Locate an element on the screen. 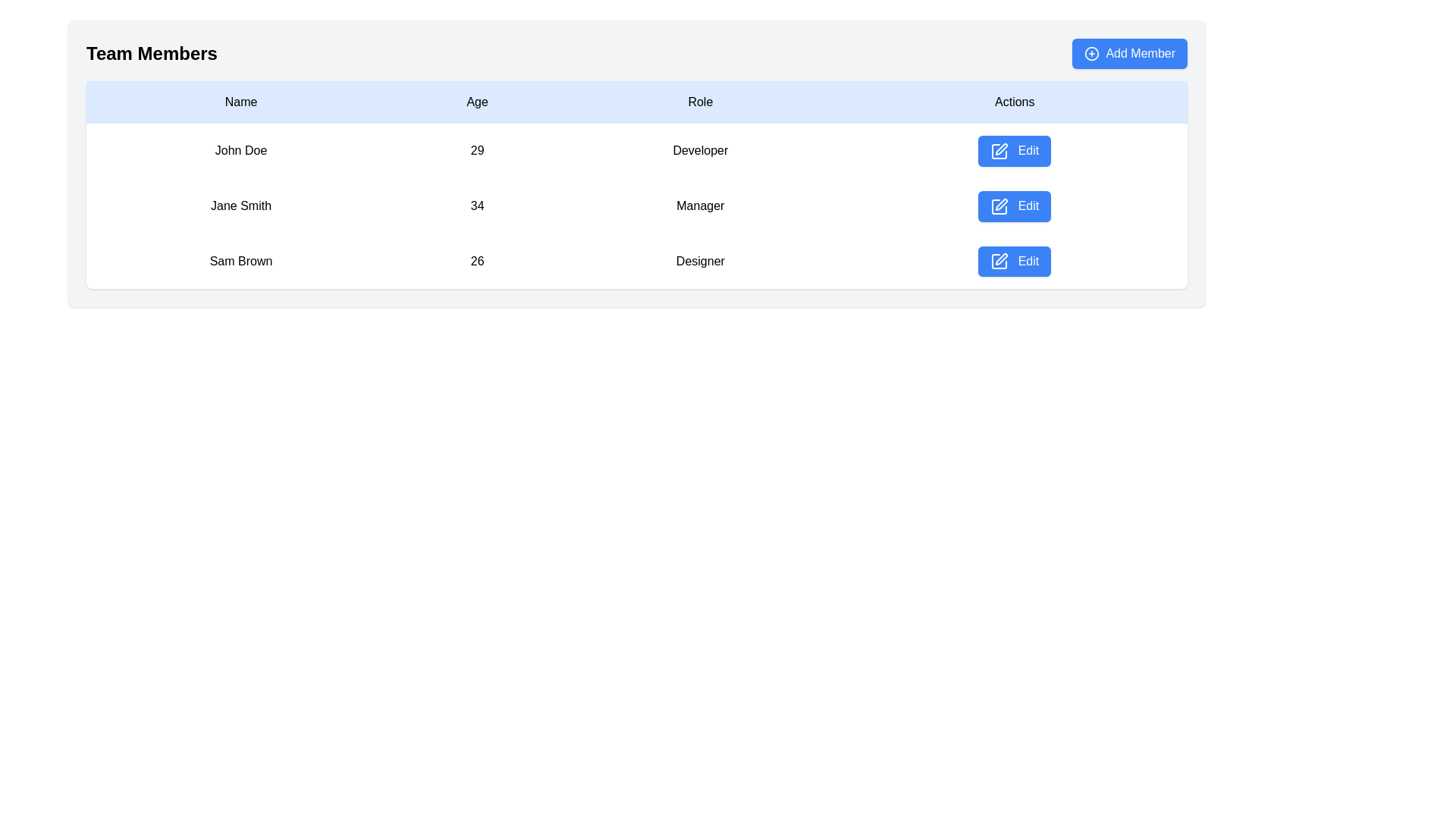 This screenshot has height=819, width=1456. the 'Edit' button located in the last row of the 'Actions' column is located at coordinates (1015, 260).